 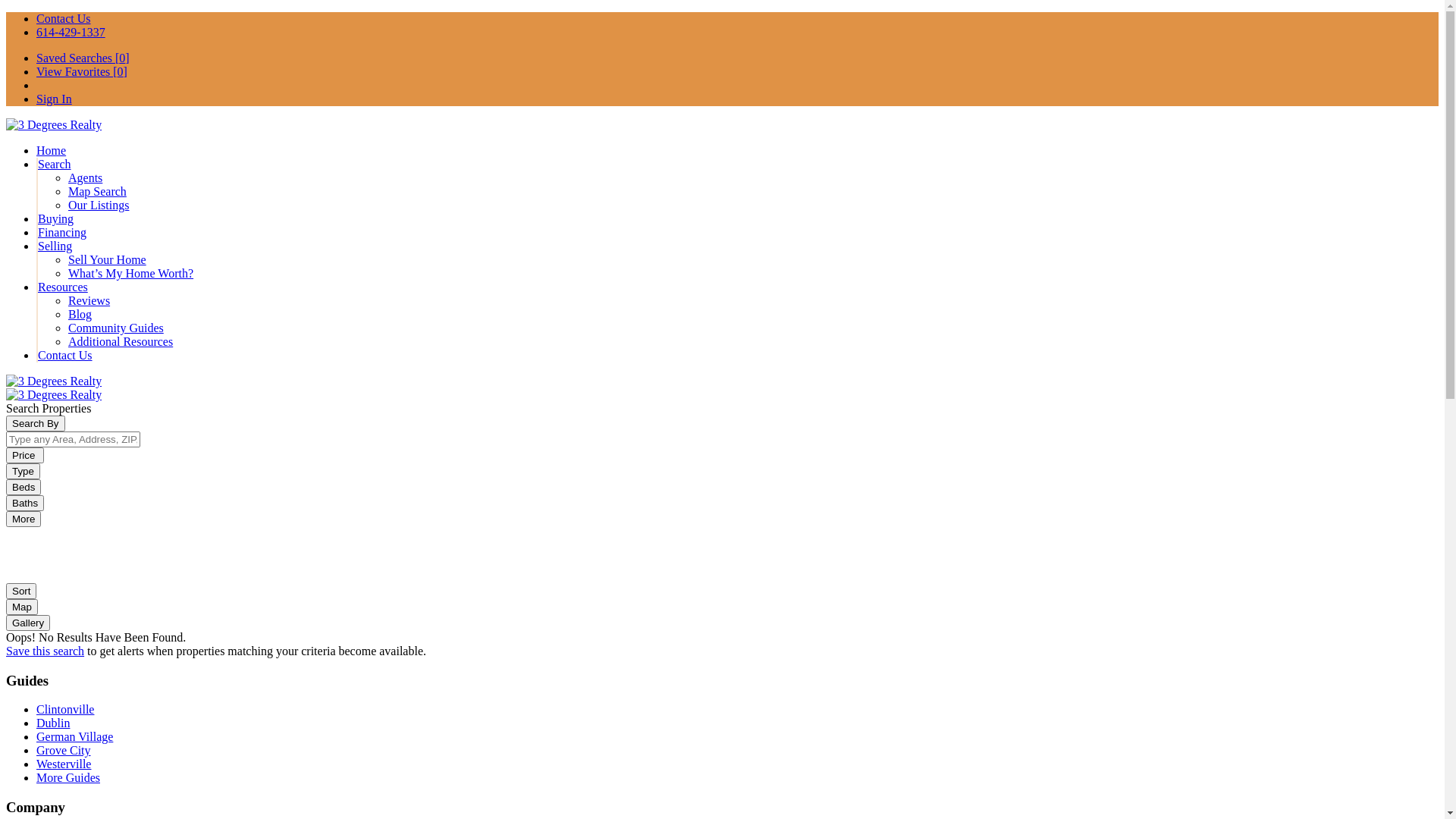 I want to click on 'Sell Your Home', so click(x=106, y=259).